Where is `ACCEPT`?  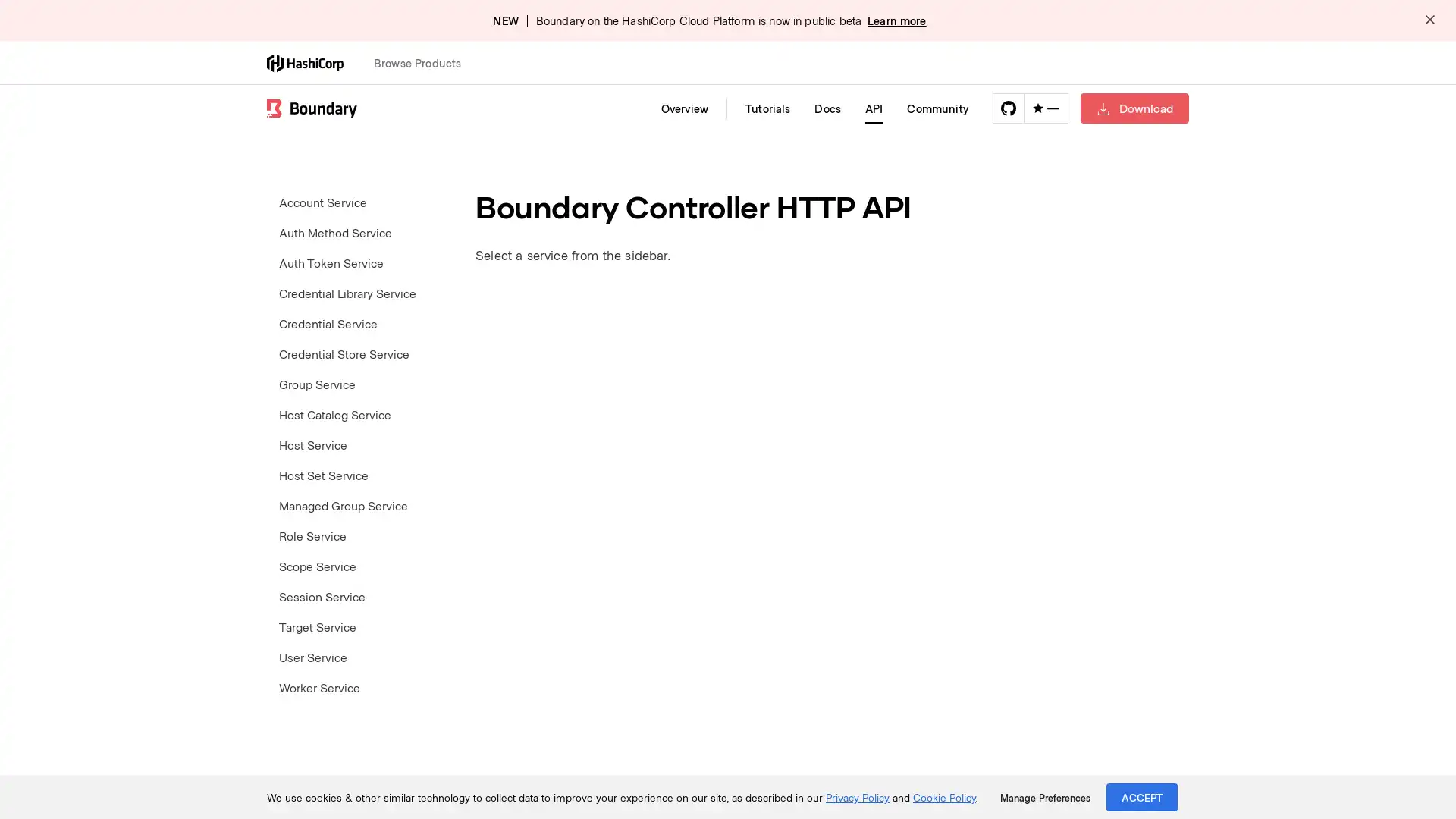 ACCEPT is located at coordinates (1142, 796).